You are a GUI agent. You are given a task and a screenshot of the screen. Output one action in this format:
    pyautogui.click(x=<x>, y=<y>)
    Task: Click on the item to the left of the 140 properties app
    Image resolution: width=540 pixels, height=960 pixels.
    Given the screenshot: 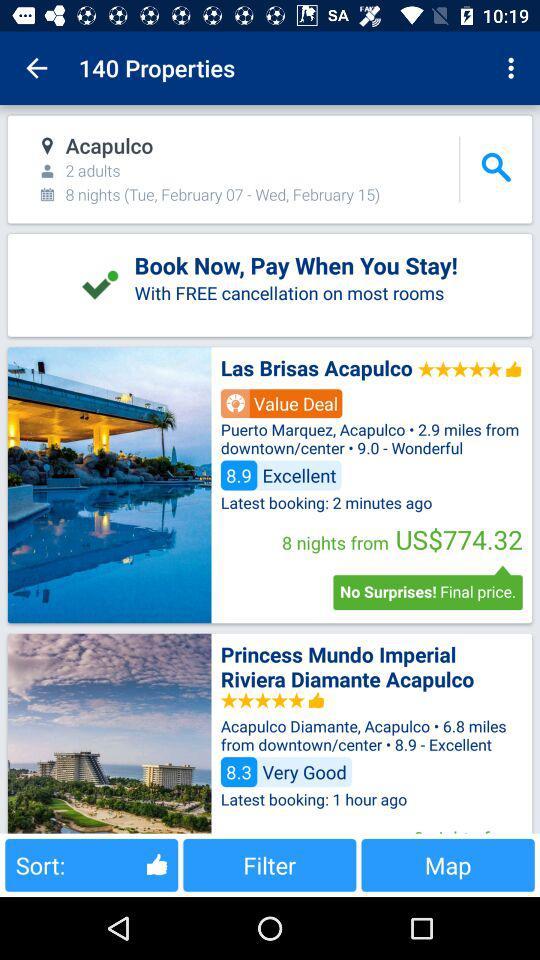 What is the action you would take?
    pyautogui.click(x=36, y=68)
    